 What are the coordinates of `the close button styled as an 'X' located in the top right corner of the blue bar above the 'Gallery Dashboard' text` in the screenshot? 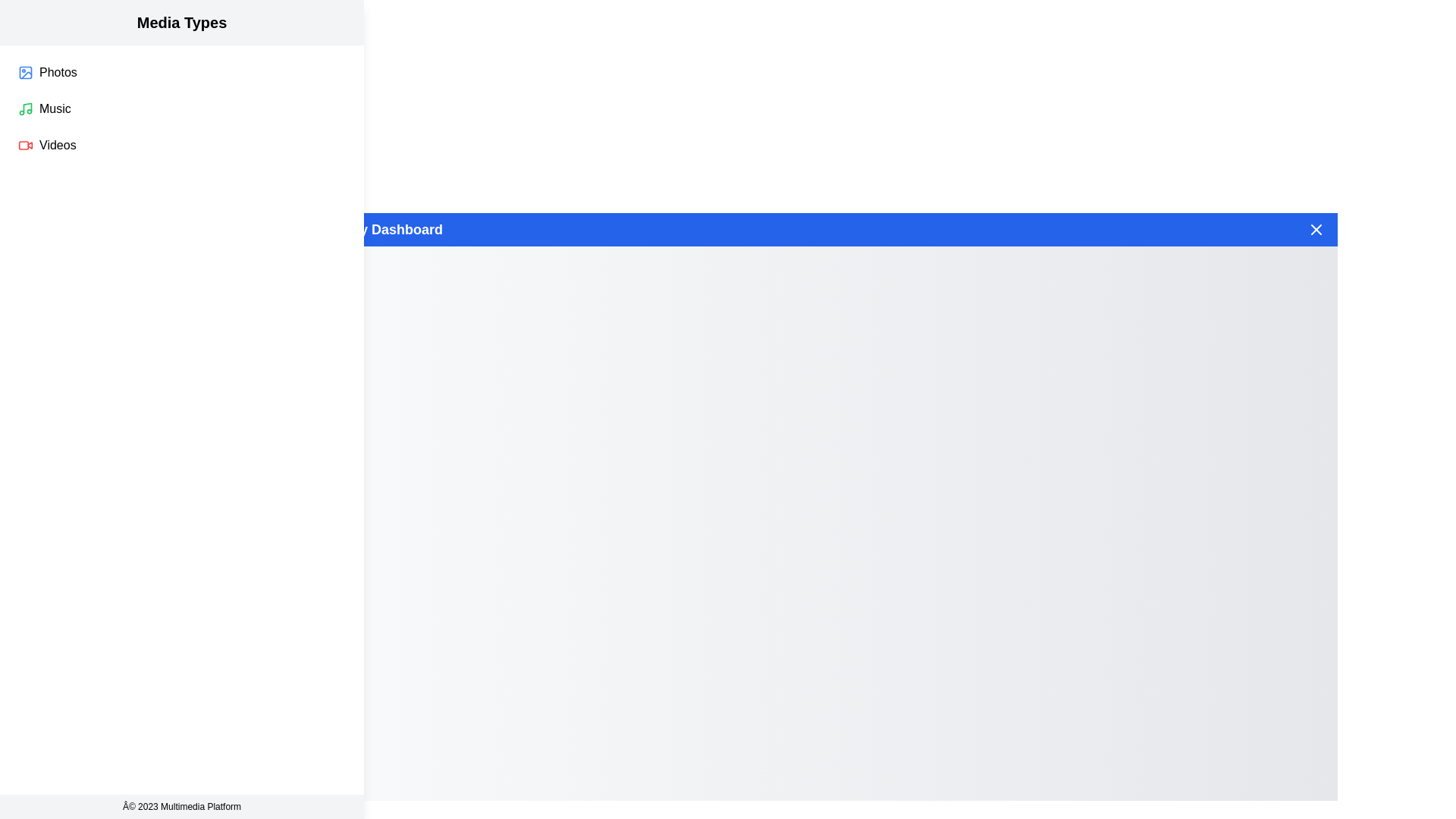 It's located at (1316, 230).